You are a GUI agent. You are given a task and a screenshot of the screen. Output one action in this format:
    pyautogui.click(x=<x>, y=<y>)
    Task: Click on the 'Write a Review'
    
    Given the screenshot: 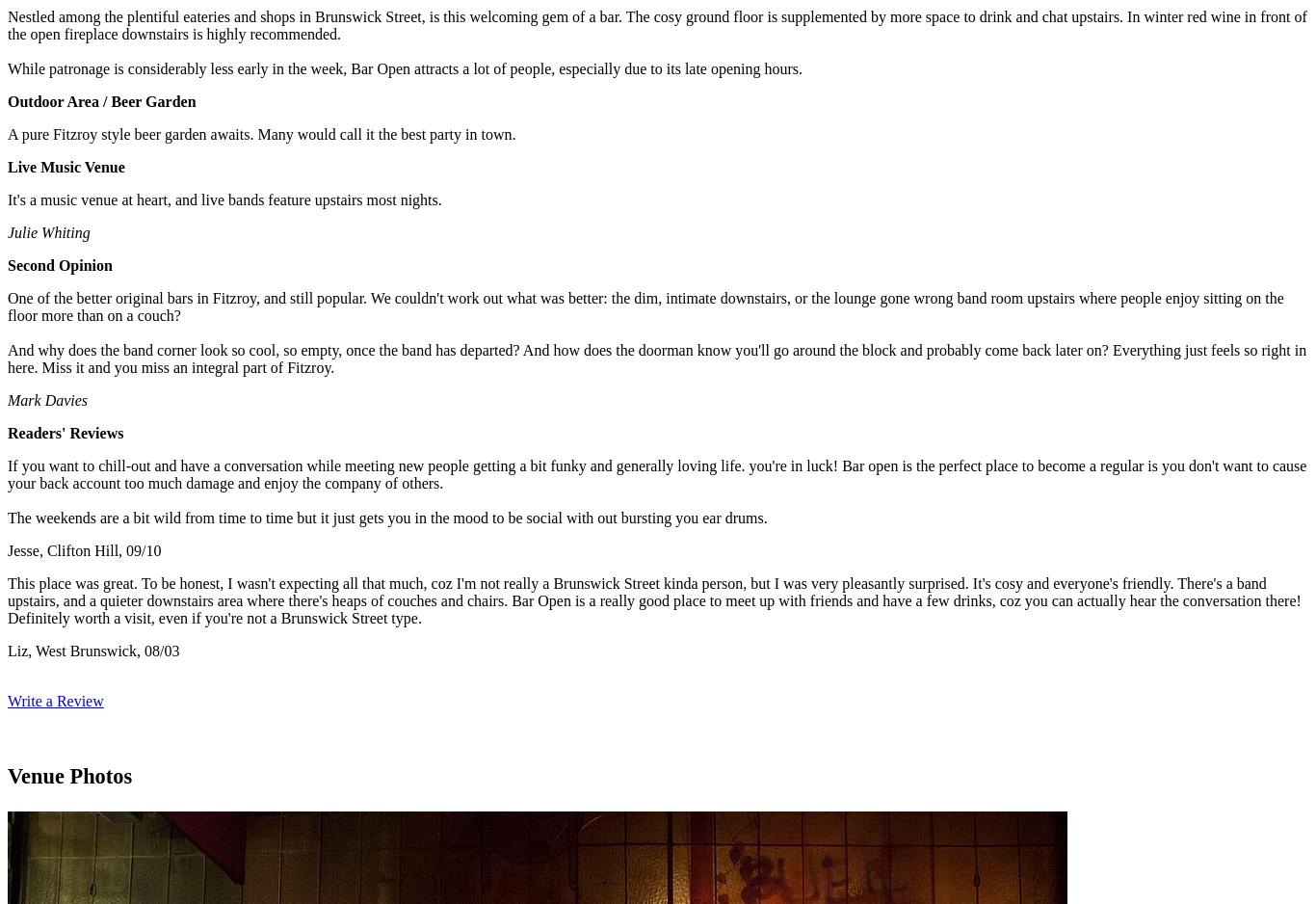 What is the action you would take?
    pyautogui.click(x=55, y=699)
    